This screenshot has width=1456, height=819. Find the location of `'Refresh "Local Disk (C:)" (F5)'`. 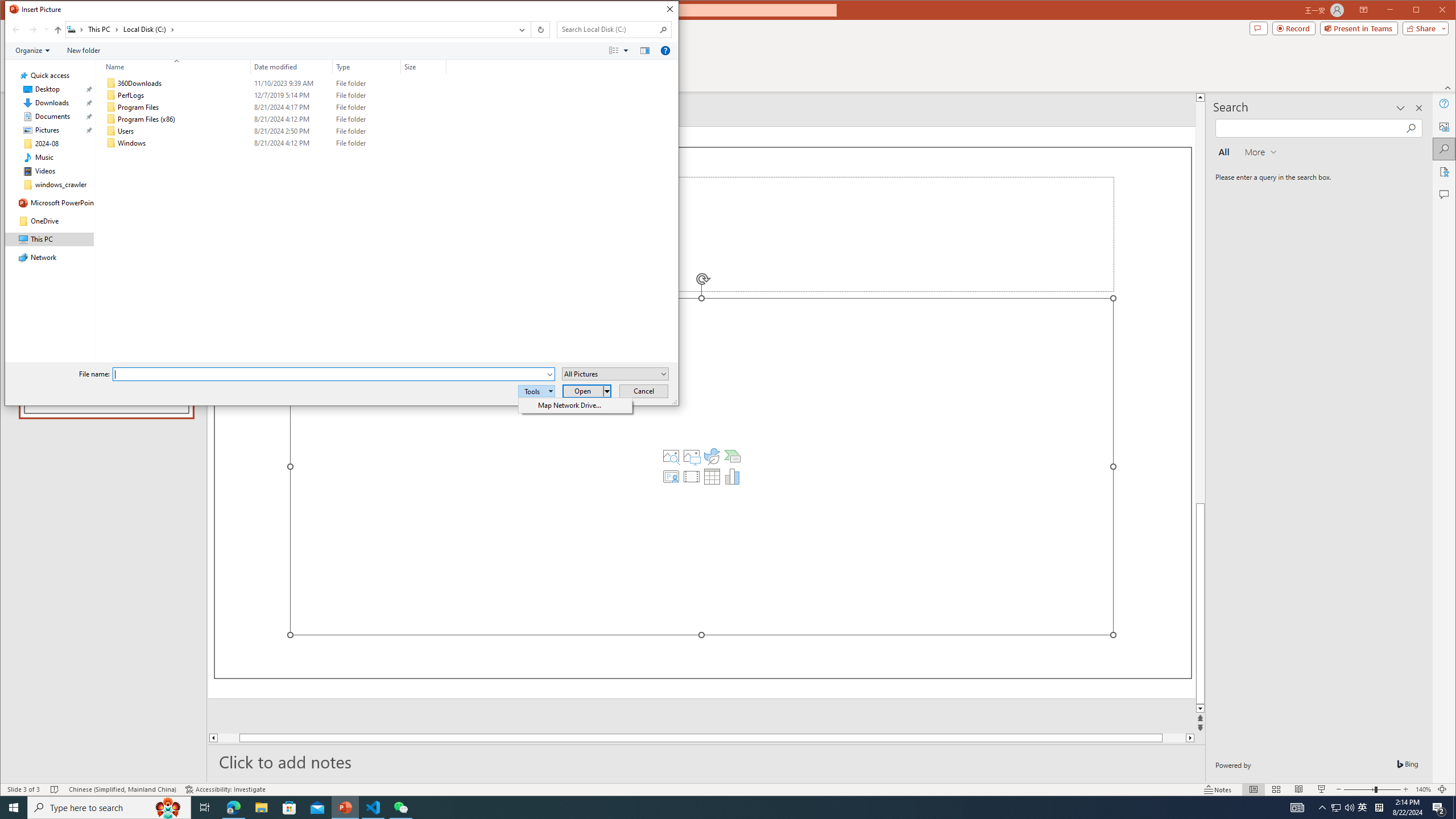

'Refresh "Local Disk (C:)" (F5)' is located at coordinates (539, 29).